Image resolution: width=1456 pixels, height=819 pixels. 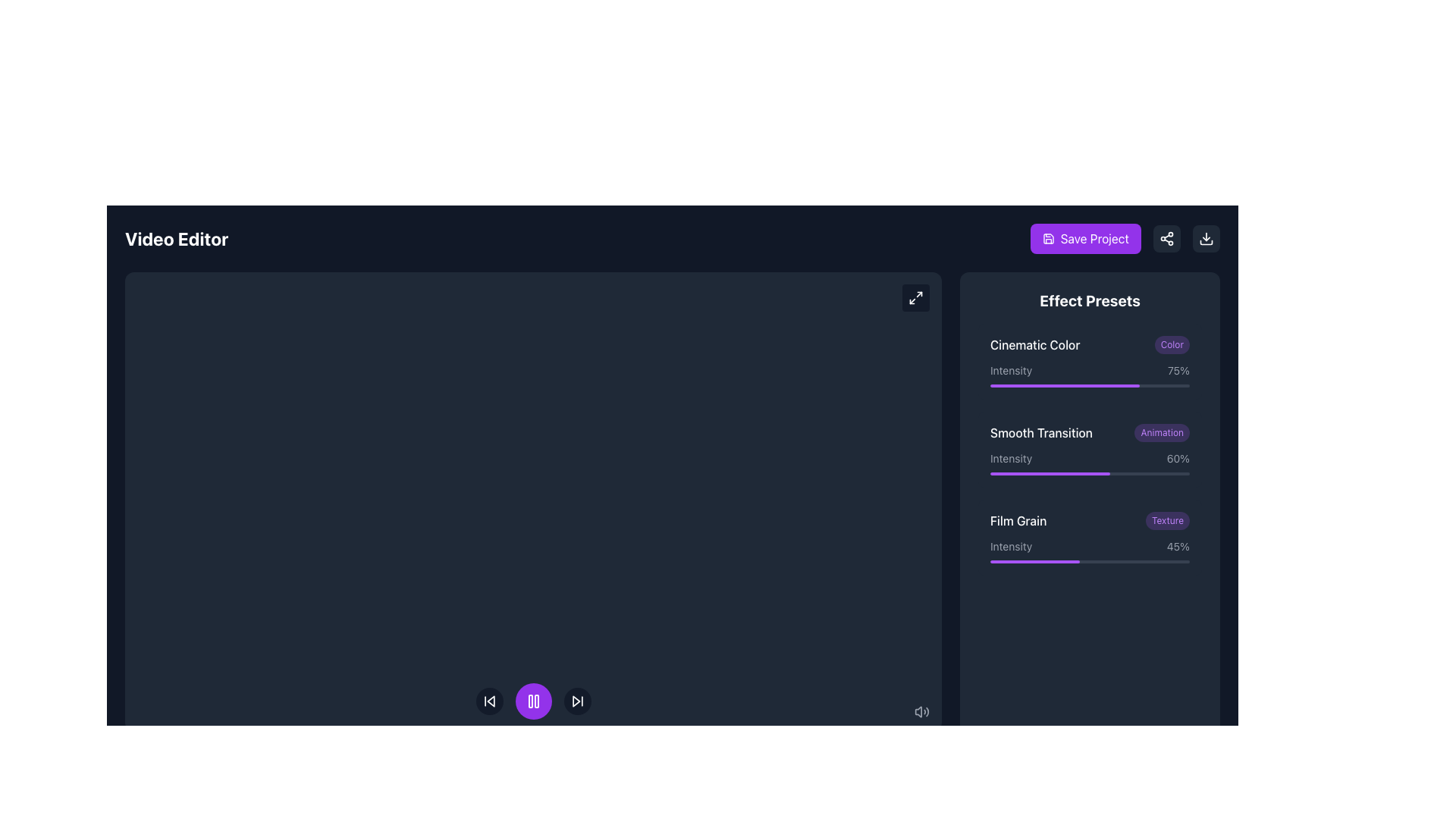 What do you see at coordinates (1049, 472) in the screenshot?
I see `the width of the purple progress bar segment under the 'Smooth Transition' intensity setting to gauge the setting value` at bounding box center [1049, 472].